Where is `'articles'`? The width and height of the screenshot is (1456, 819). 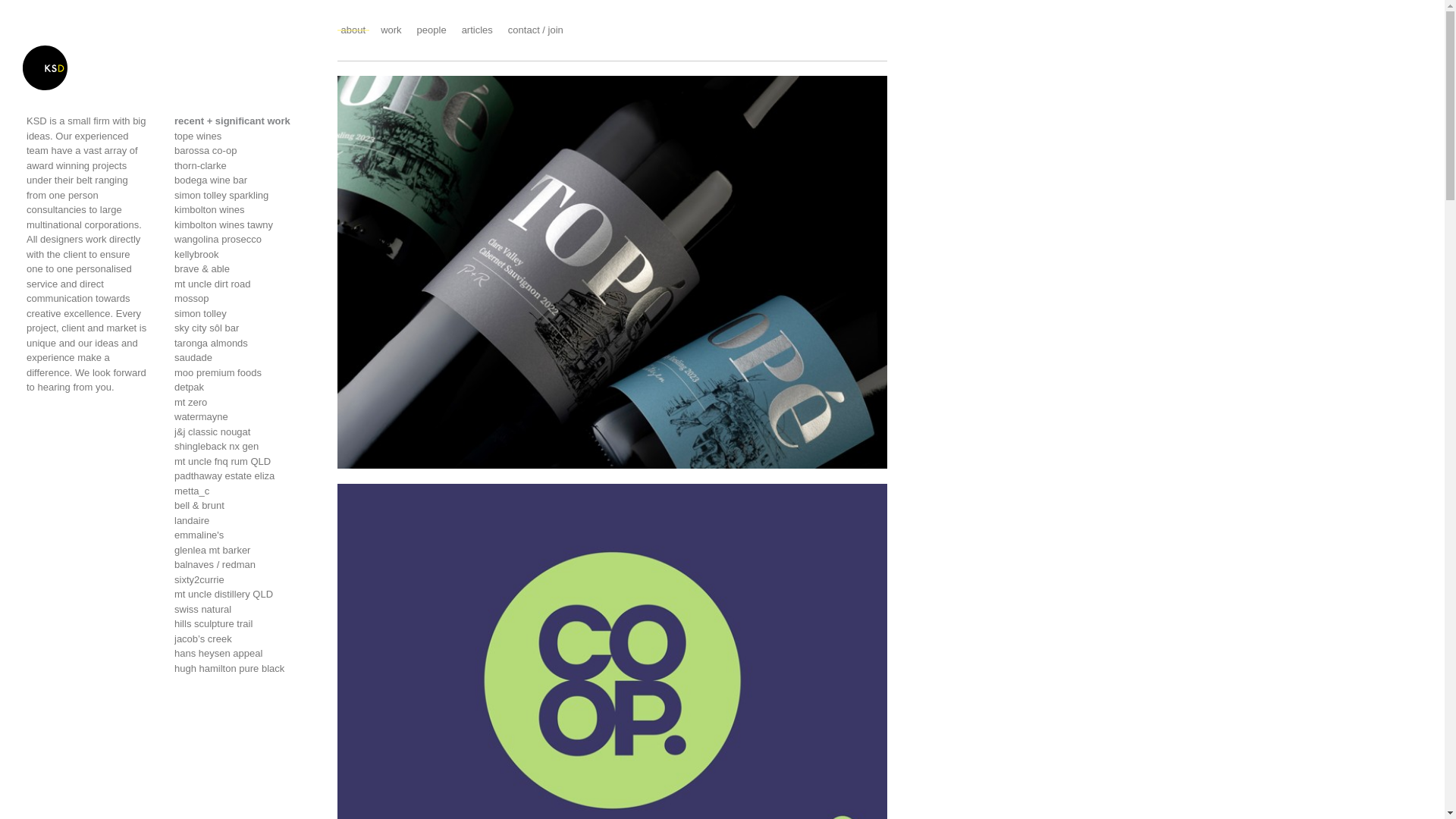
'articles' is located at coordinates (461, 30).